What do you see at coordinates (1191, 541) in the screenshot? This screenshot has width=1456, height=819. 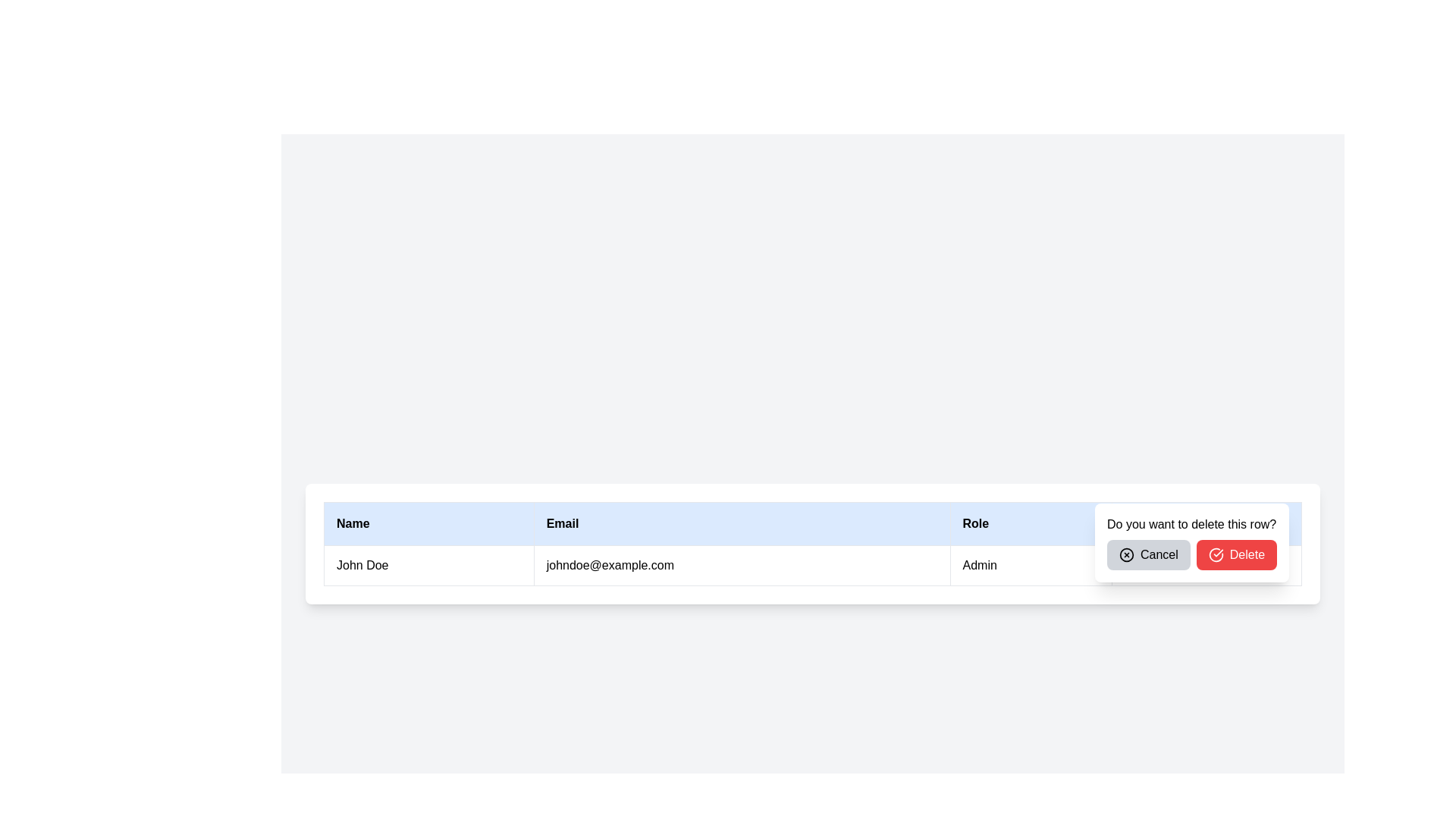 I see `the 'Cancel' button on the Popup confirmation dialog that appears for deleting a table row containing 'John Doe'` at bounding box center [1191, 541].